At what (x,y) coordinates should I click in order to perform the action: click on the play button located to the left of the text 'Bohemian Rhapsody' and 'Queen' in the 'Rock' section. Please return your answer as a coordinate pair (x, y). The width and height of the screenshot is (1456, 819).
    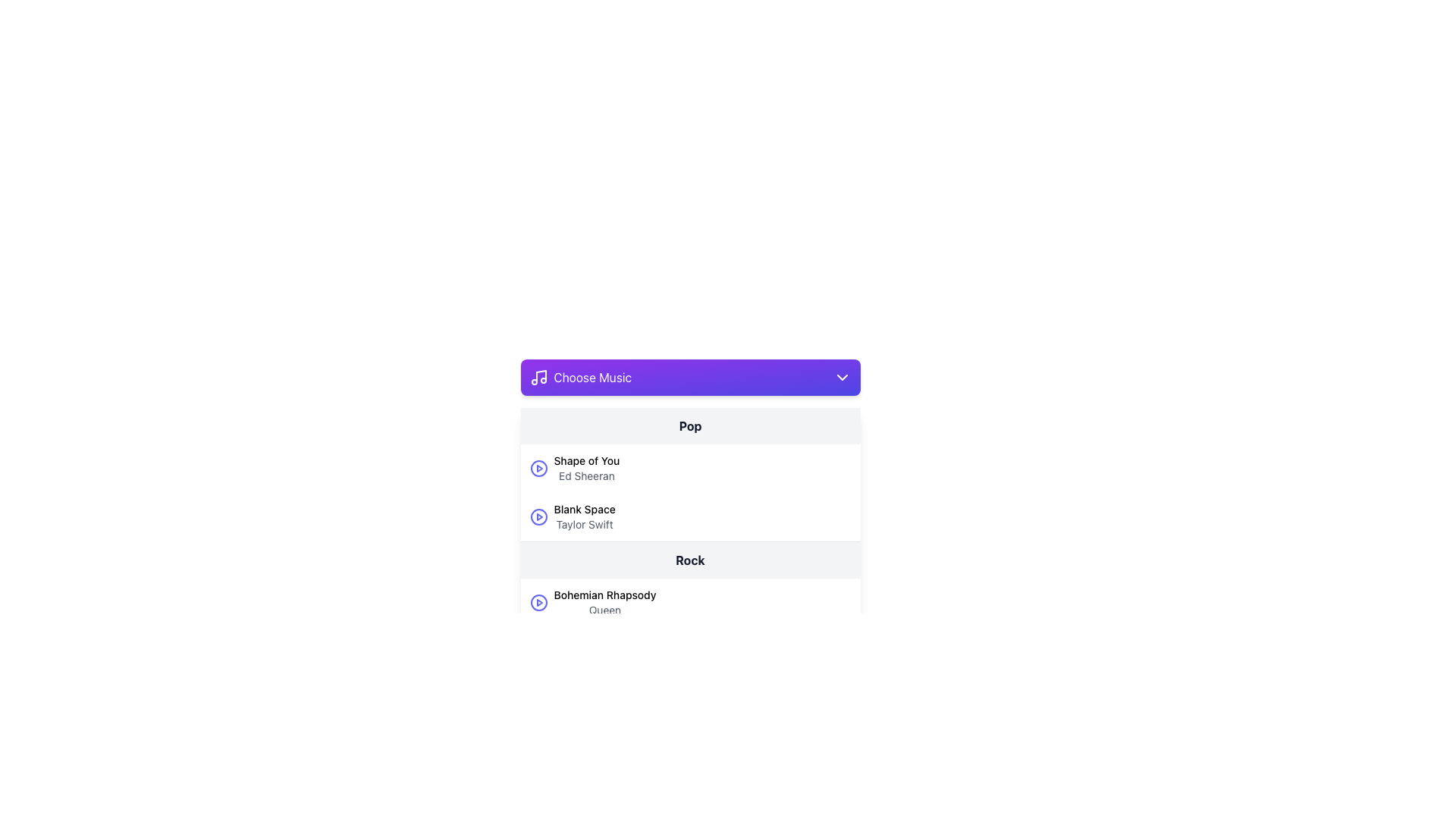
    Looking at the image, I should click on (538, 601).